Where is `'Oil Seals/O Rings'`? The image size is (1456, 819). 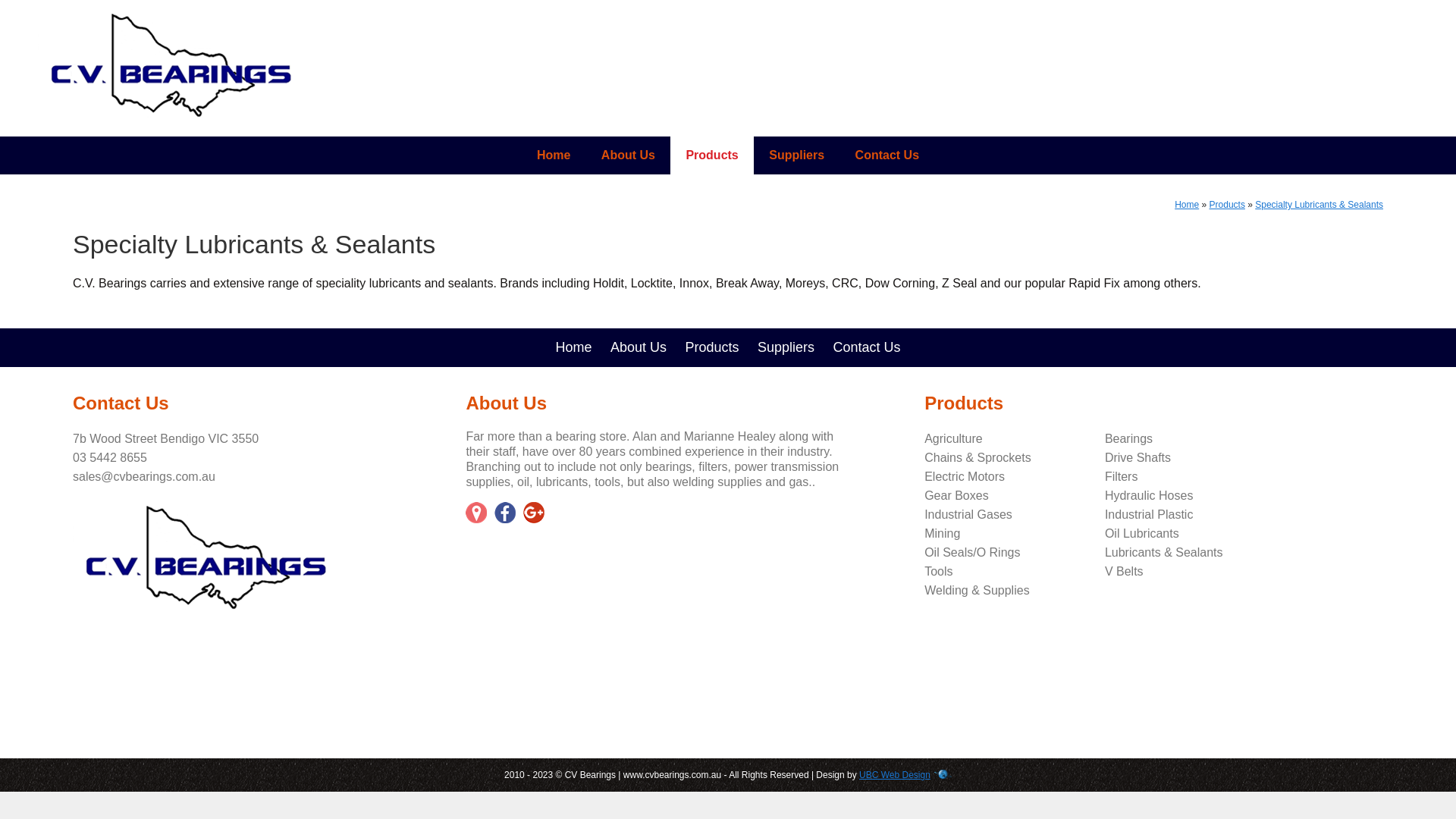
'Oil Seals/O Rings' is located at coordinates (971, 552).